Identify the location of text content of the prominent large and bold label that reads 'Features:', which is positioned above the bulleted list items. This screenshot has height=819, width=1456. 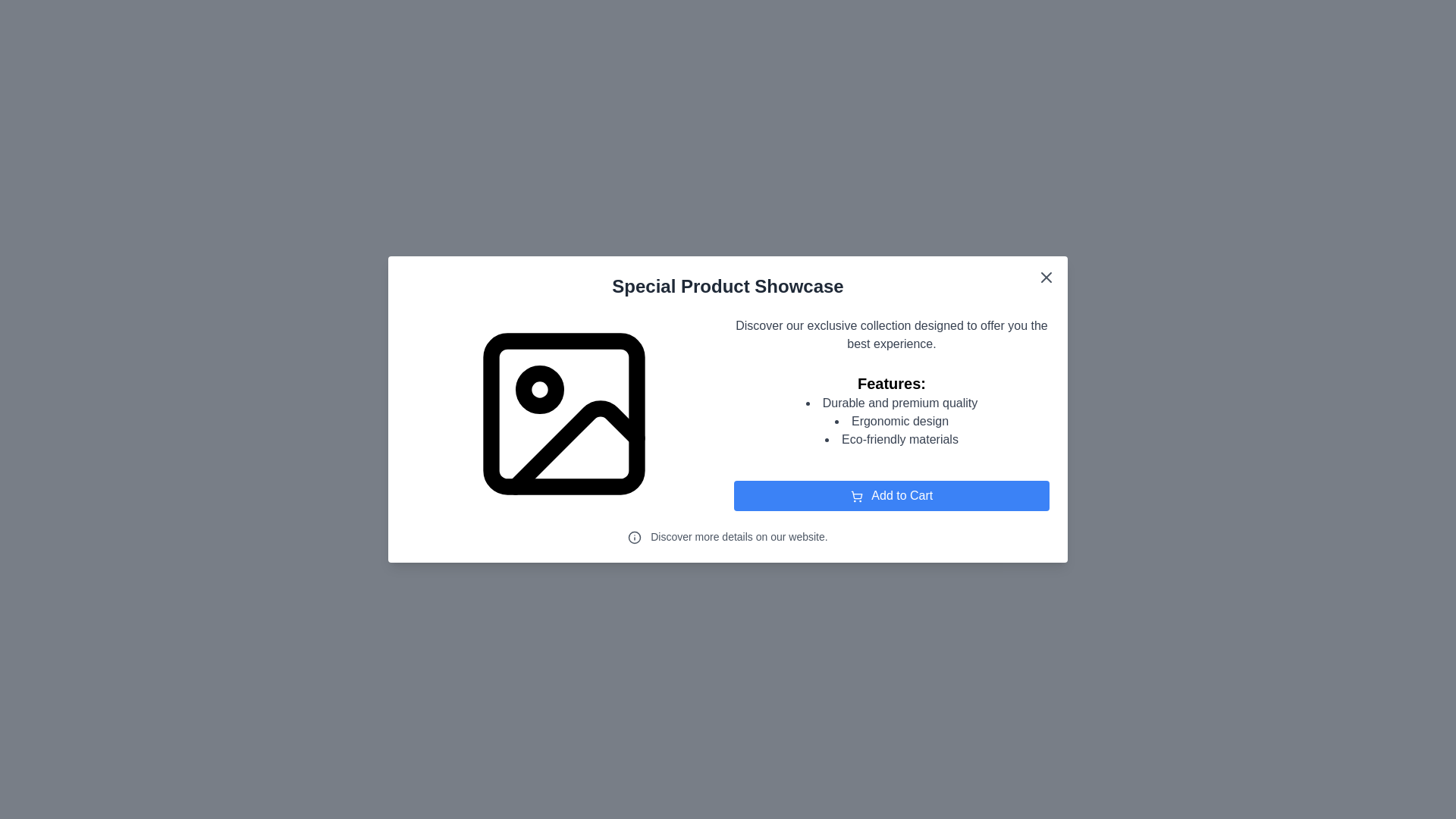
(892, 382).